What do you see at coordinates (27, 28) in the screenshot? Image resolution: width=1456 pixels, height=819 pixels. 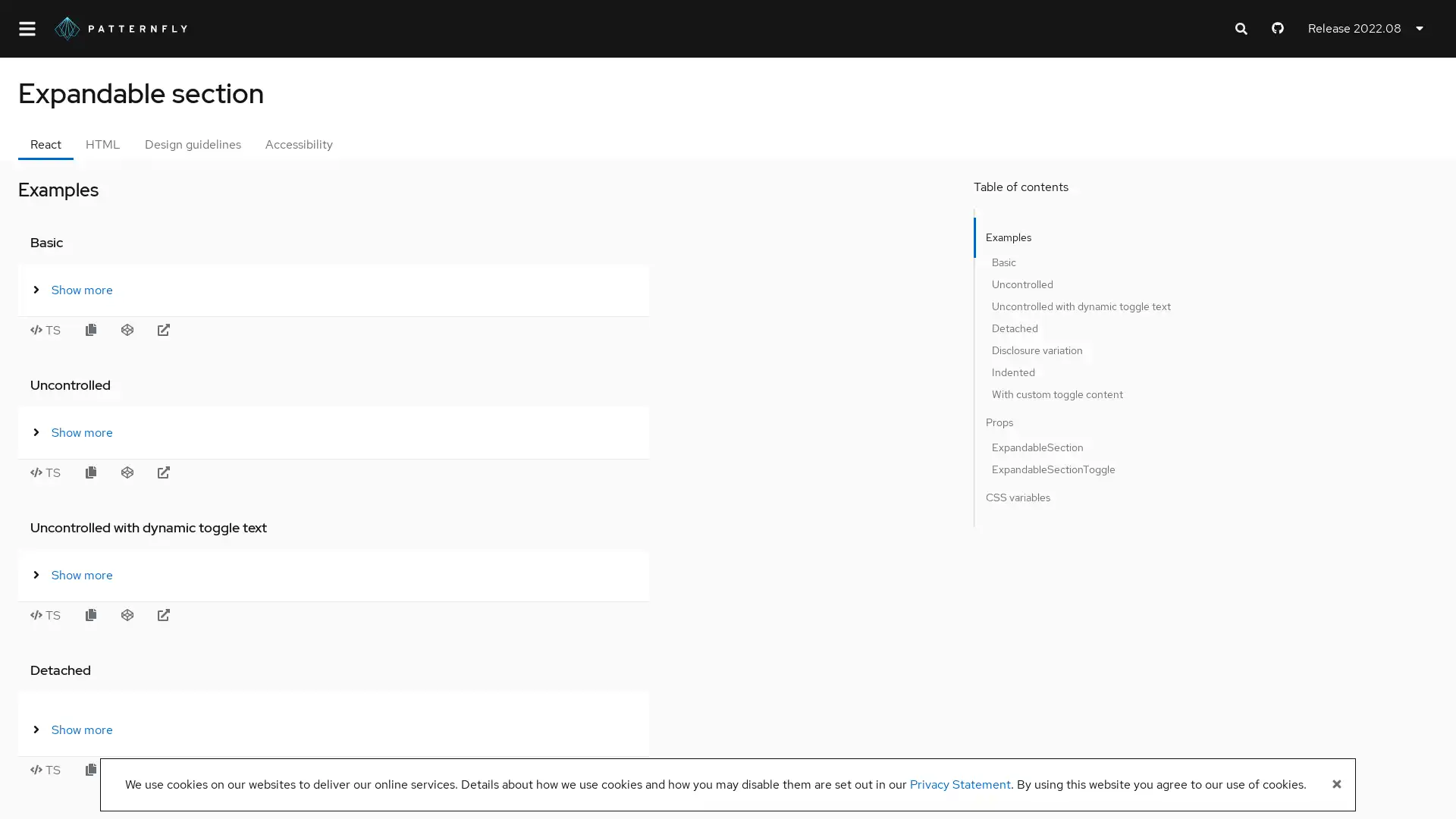 I see `Global navigation` at bounding box center [27, 28].